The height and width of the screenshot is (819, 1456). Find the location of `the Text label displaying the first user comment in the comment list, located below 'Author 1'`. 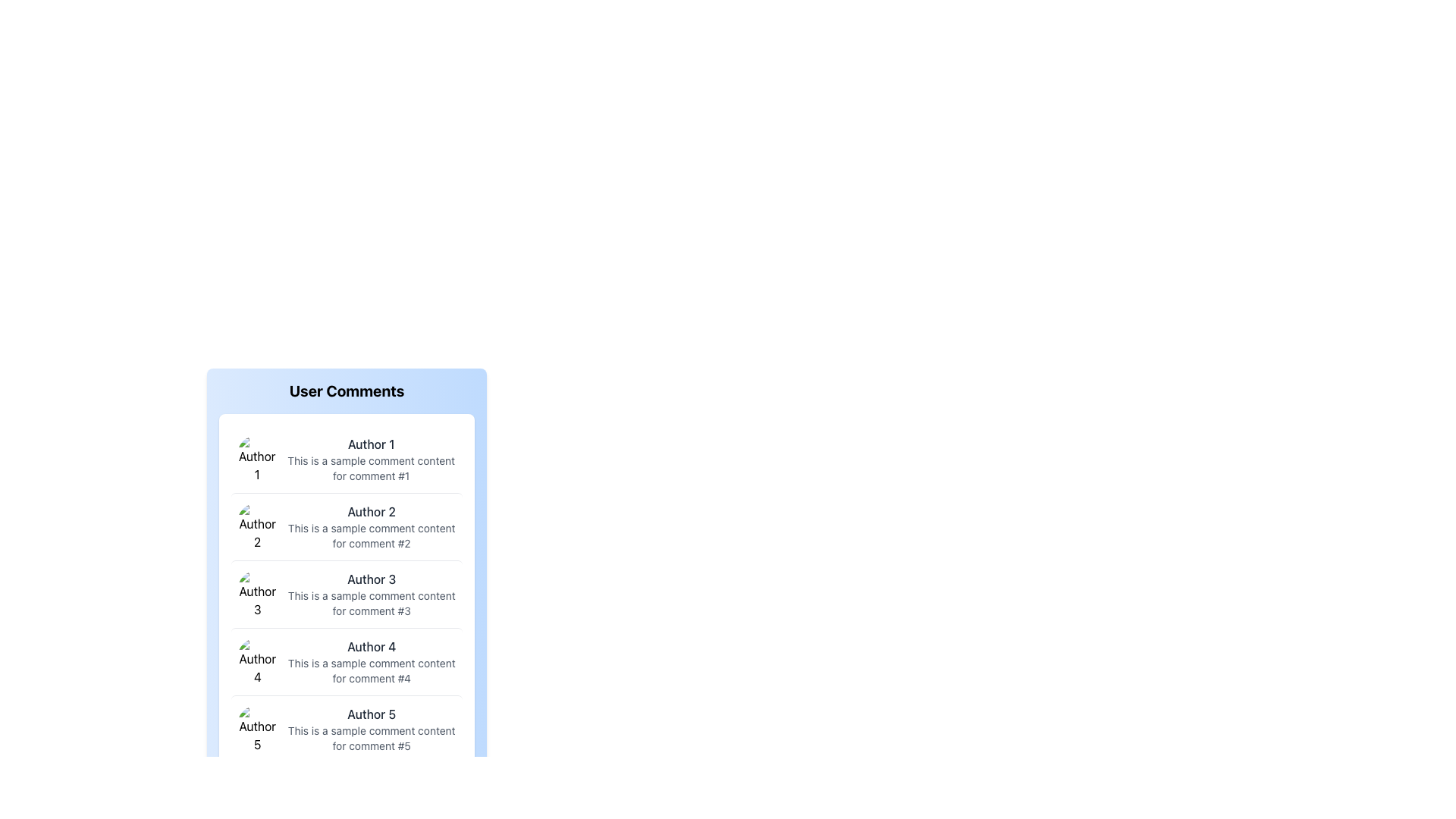

the Text label displaying the first user comment in the comment list, located below 'Author 1' is located at coordinates (371, 467).